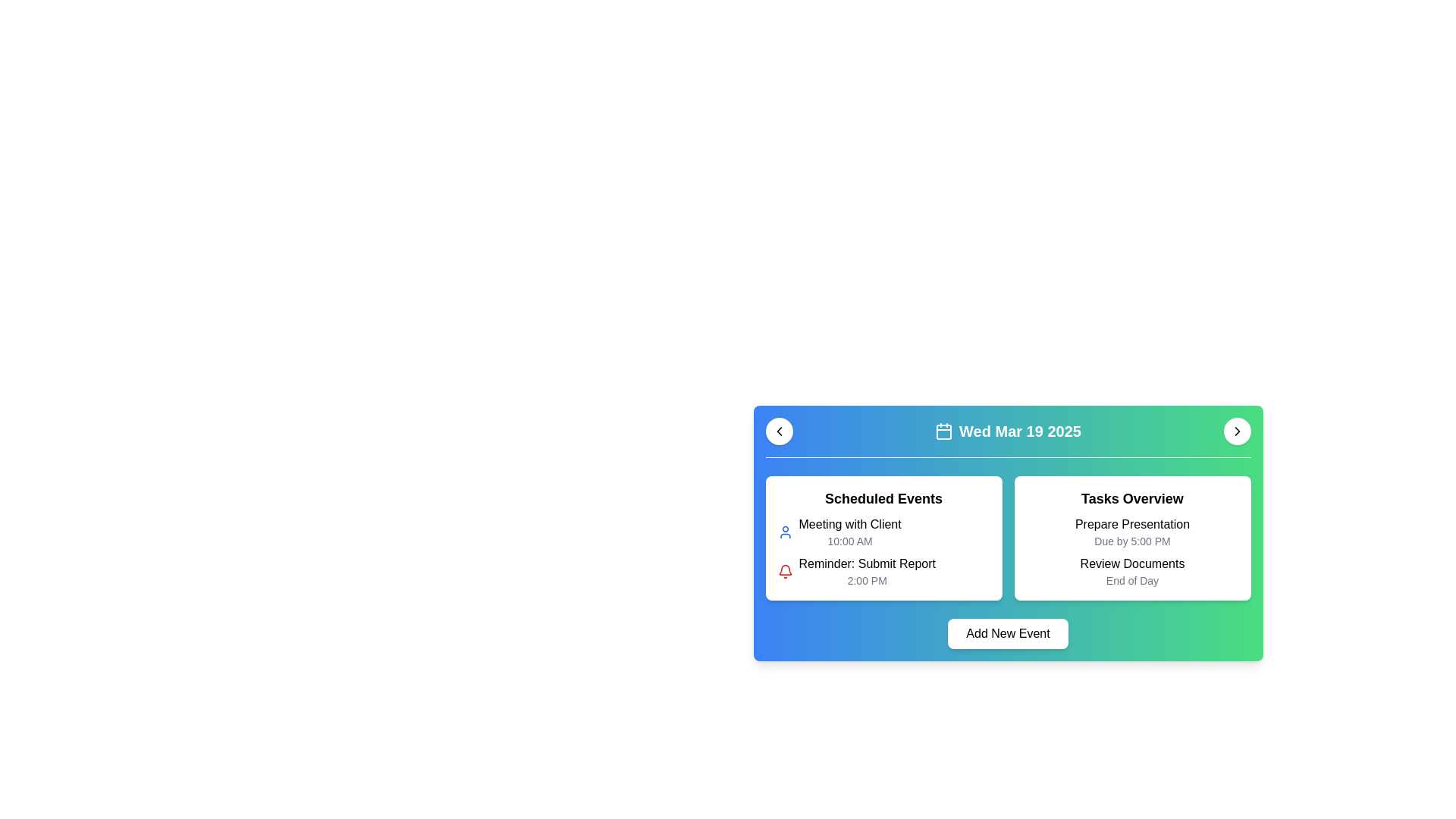 This screenshot has width=1456, height=819. I want to click on date displayed on the horizontal date display element showing 'Wed Mar 19 2025' in bold white font, located at the center of the section above 'Scheduled Events' and 'Tasks Overview', so click(1008, 431).